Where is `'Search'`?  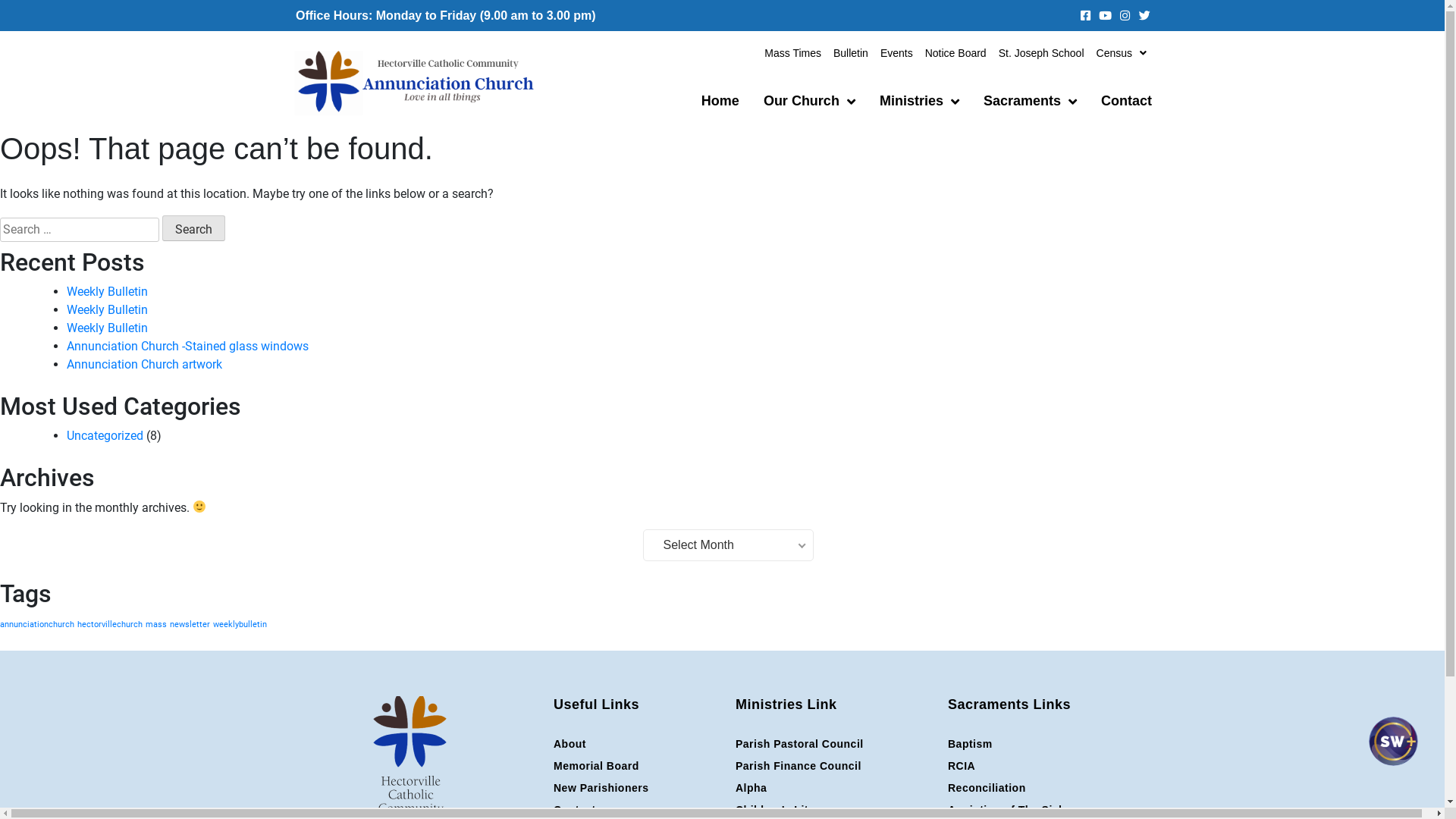
'Search' is located at coordinates (193, 227).